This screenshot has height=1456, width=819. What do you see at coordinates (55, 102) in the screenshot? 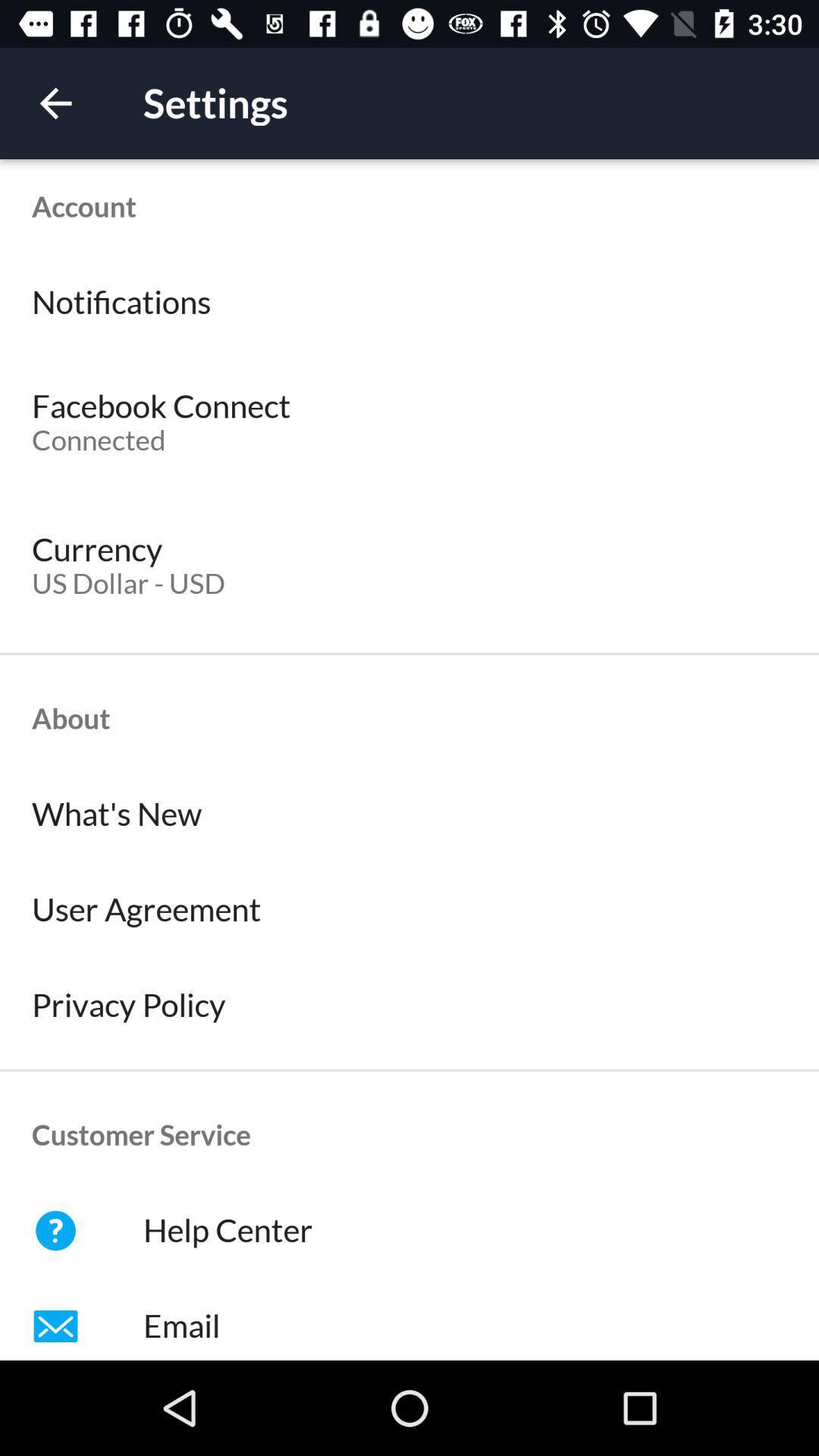
I see `icon next to the settings item` at bounding box center [55, 102].